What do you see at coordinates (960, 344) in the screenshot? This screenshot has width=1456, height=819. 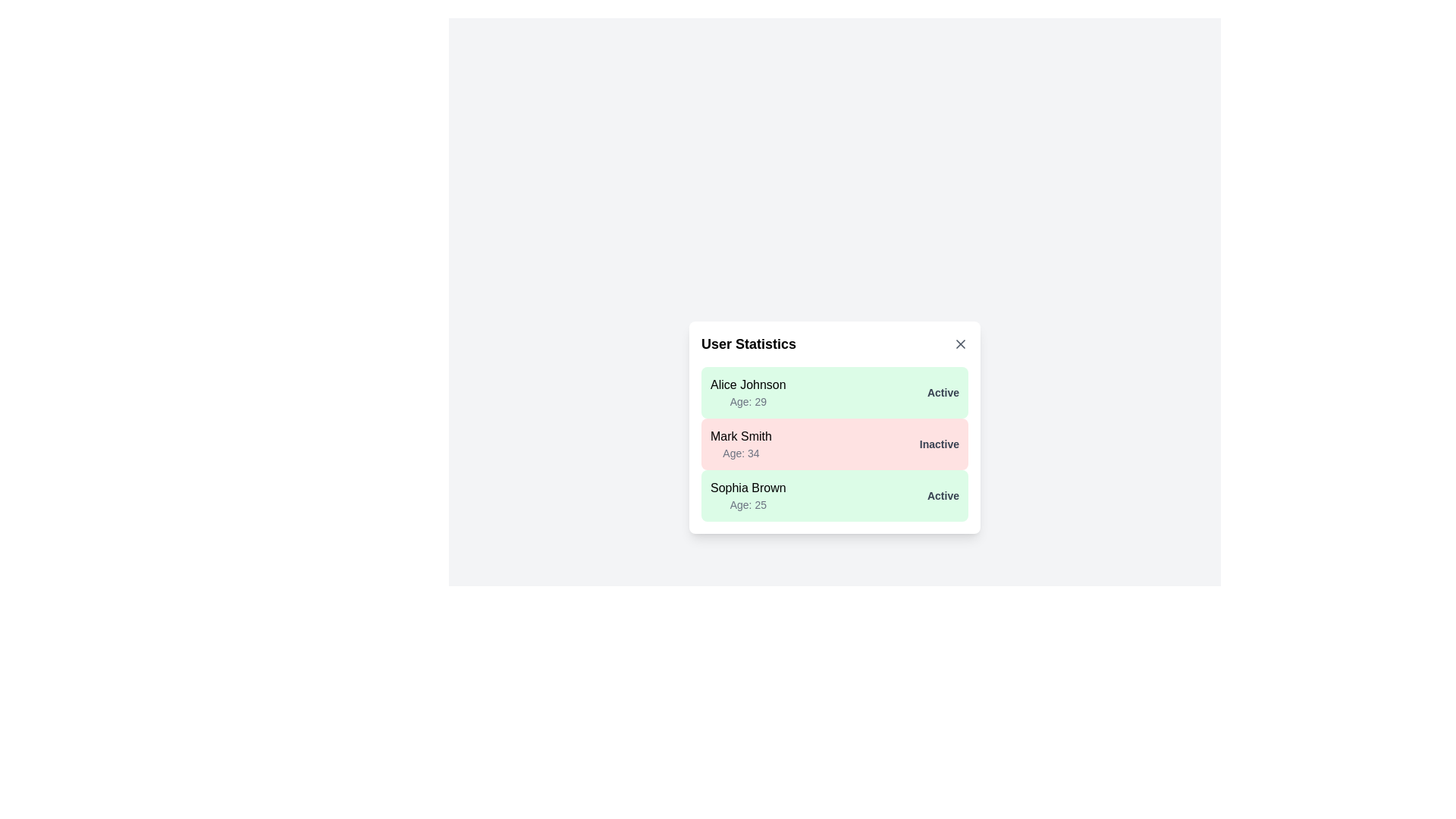 I see `'X' button to close the UserStatsDialog` at bounding box center [960, 344].